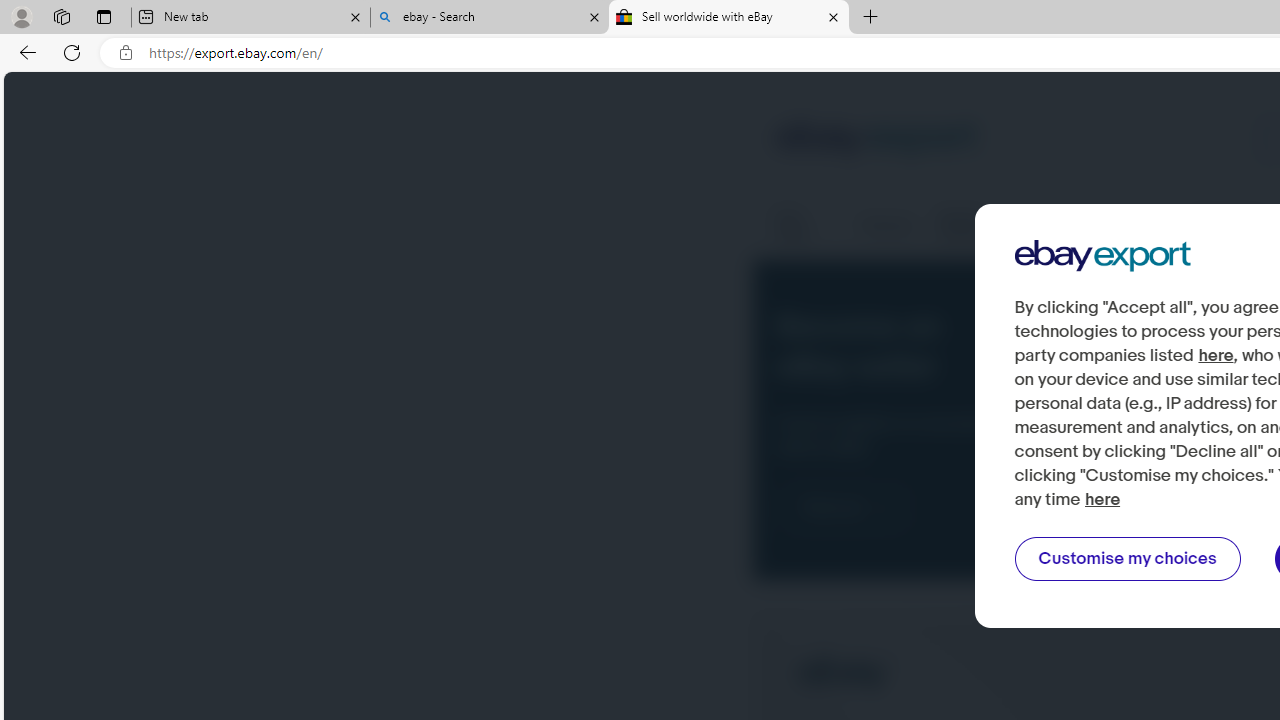 Image resolution: width=1280 pixels, height=720 pixels. Describe the element at coordinates (103, 16) in the screenshot. I see `'Tab actions menu'` at that location.